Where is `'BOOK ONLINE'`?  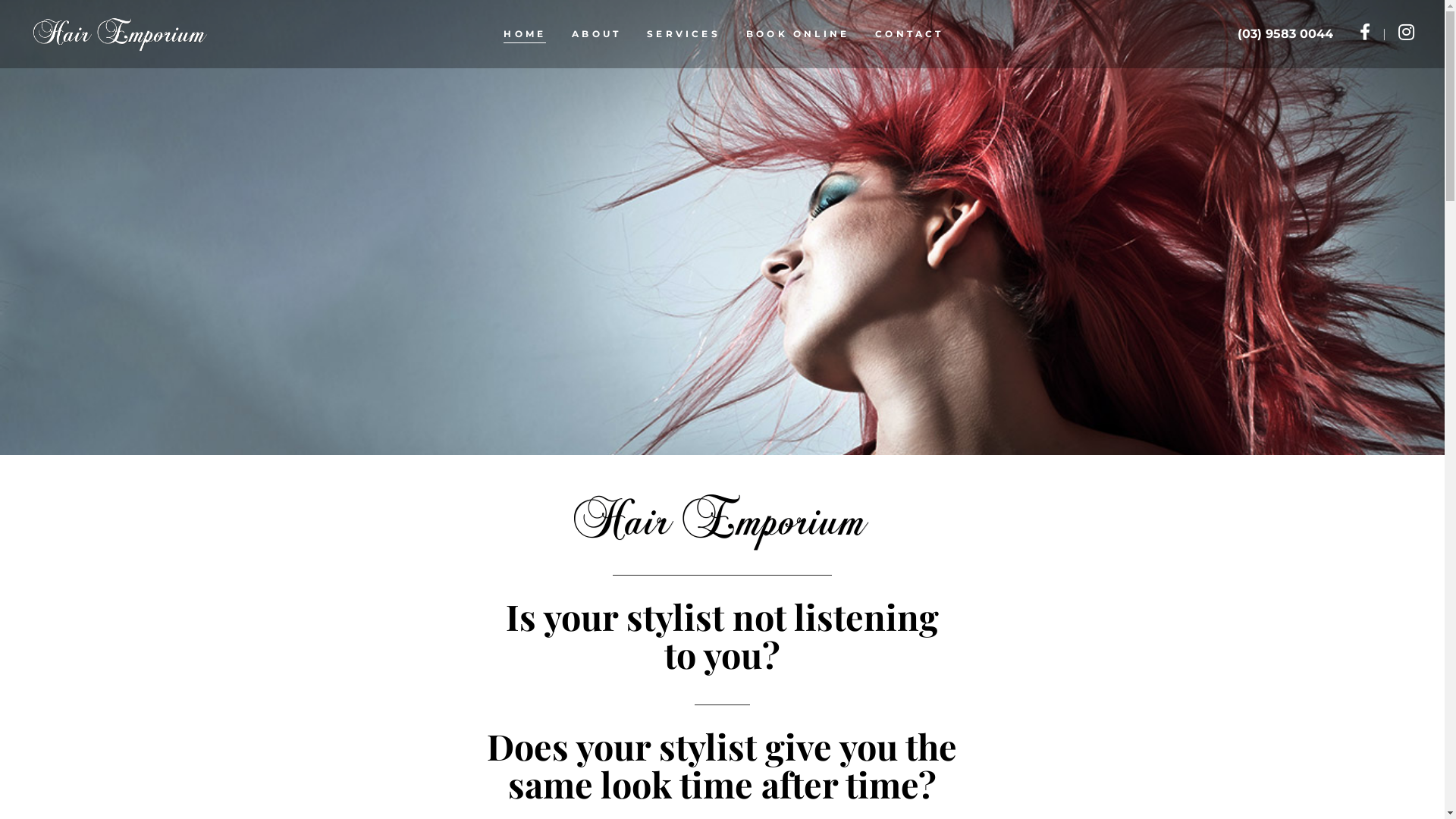 'BOOK ONLINE' is located at coordinates (796, 34).